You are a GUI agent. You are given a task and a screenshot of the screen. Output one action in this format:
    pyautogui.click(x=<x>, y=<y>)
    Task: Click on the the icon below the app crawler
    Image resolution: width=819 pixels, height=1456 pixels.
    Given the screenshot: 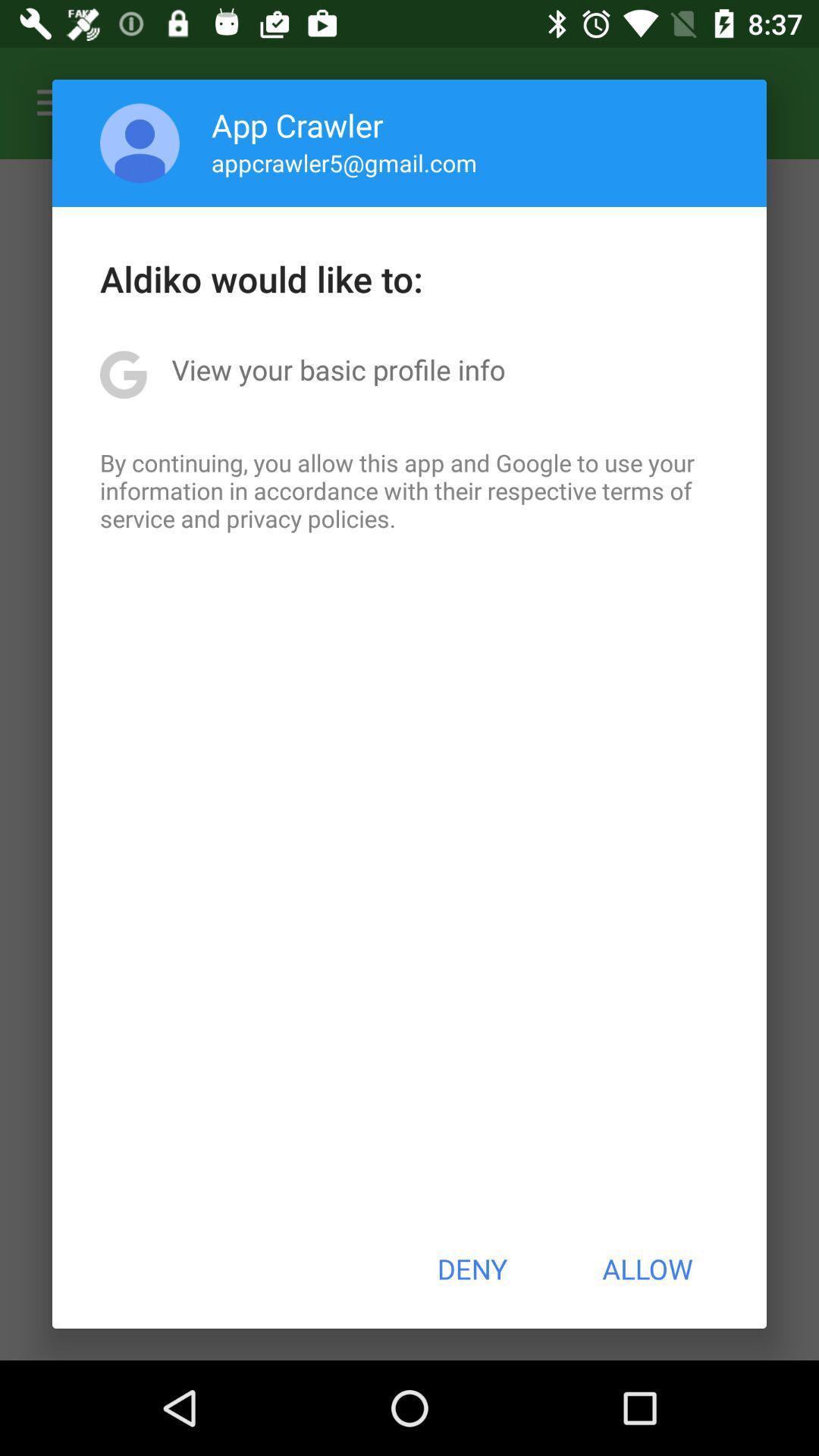 What is the action you would take?
    pyautogui.click(x=344, y=162)
    